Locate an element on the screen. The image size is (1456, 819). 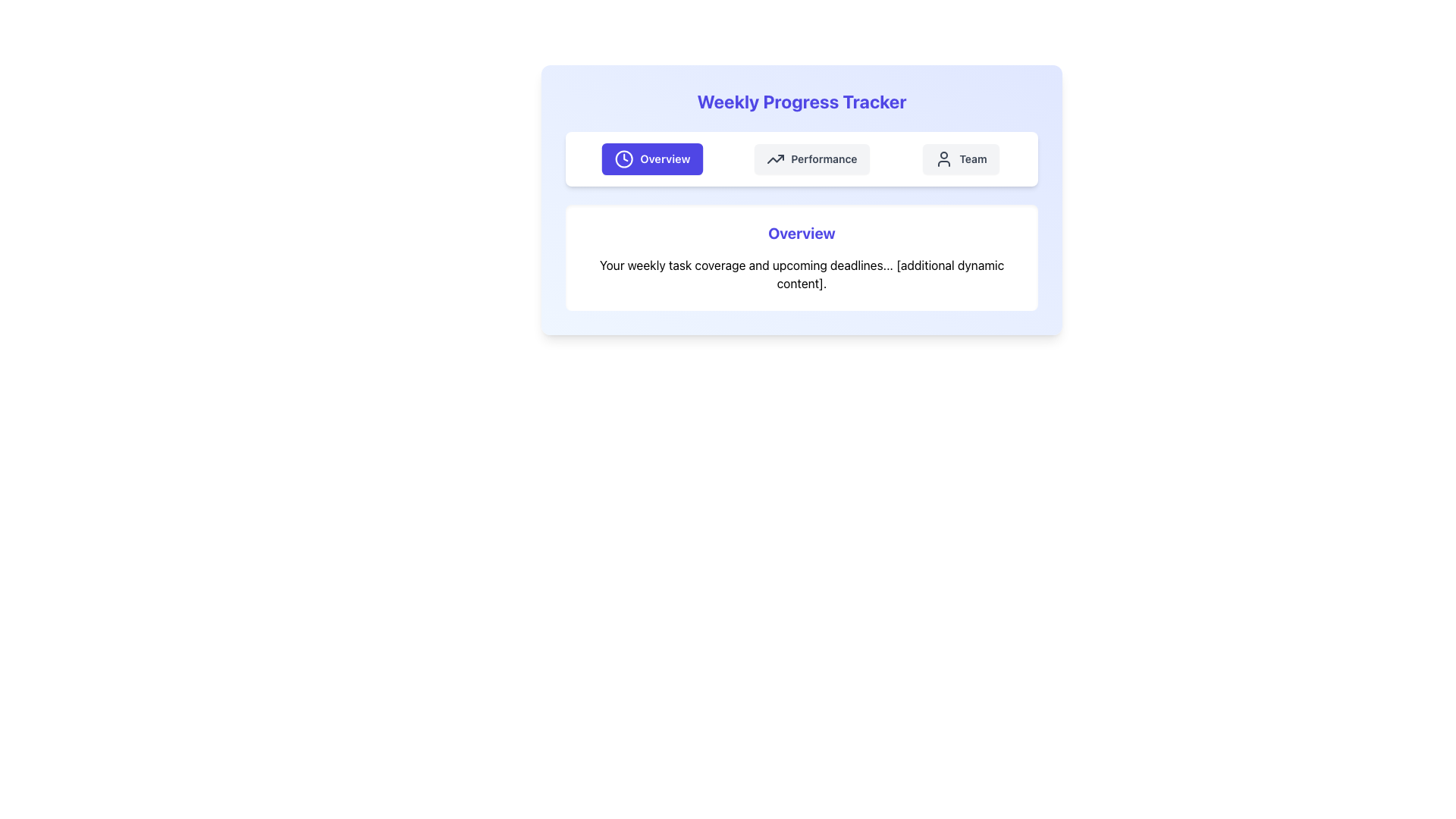
header text displayed at the center of the header element located above the descriptive text block is located at coordinates (801, 234).